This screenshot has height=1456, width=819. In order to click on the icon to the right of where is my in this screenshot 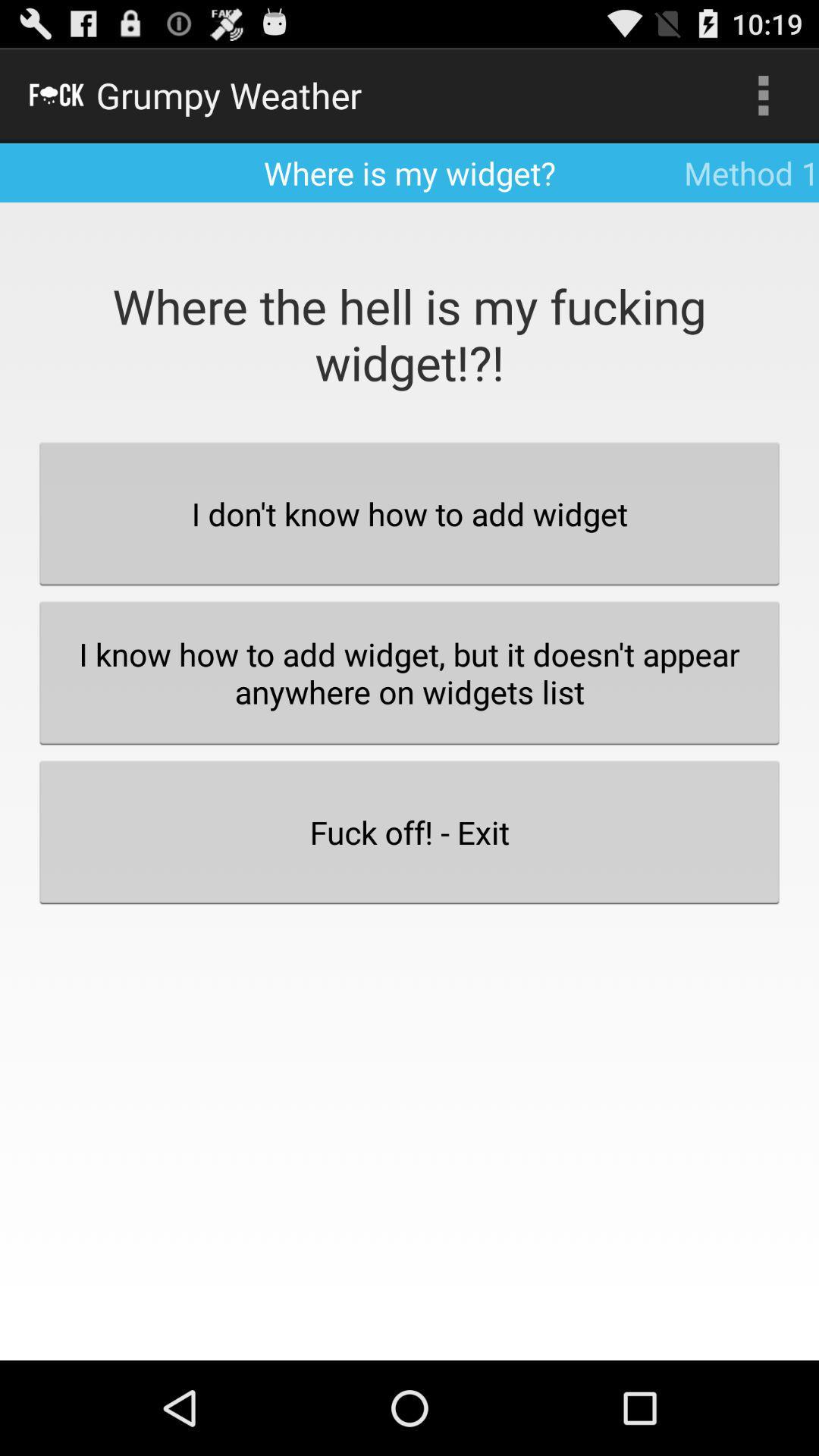, I will do `click(763, 94)`.